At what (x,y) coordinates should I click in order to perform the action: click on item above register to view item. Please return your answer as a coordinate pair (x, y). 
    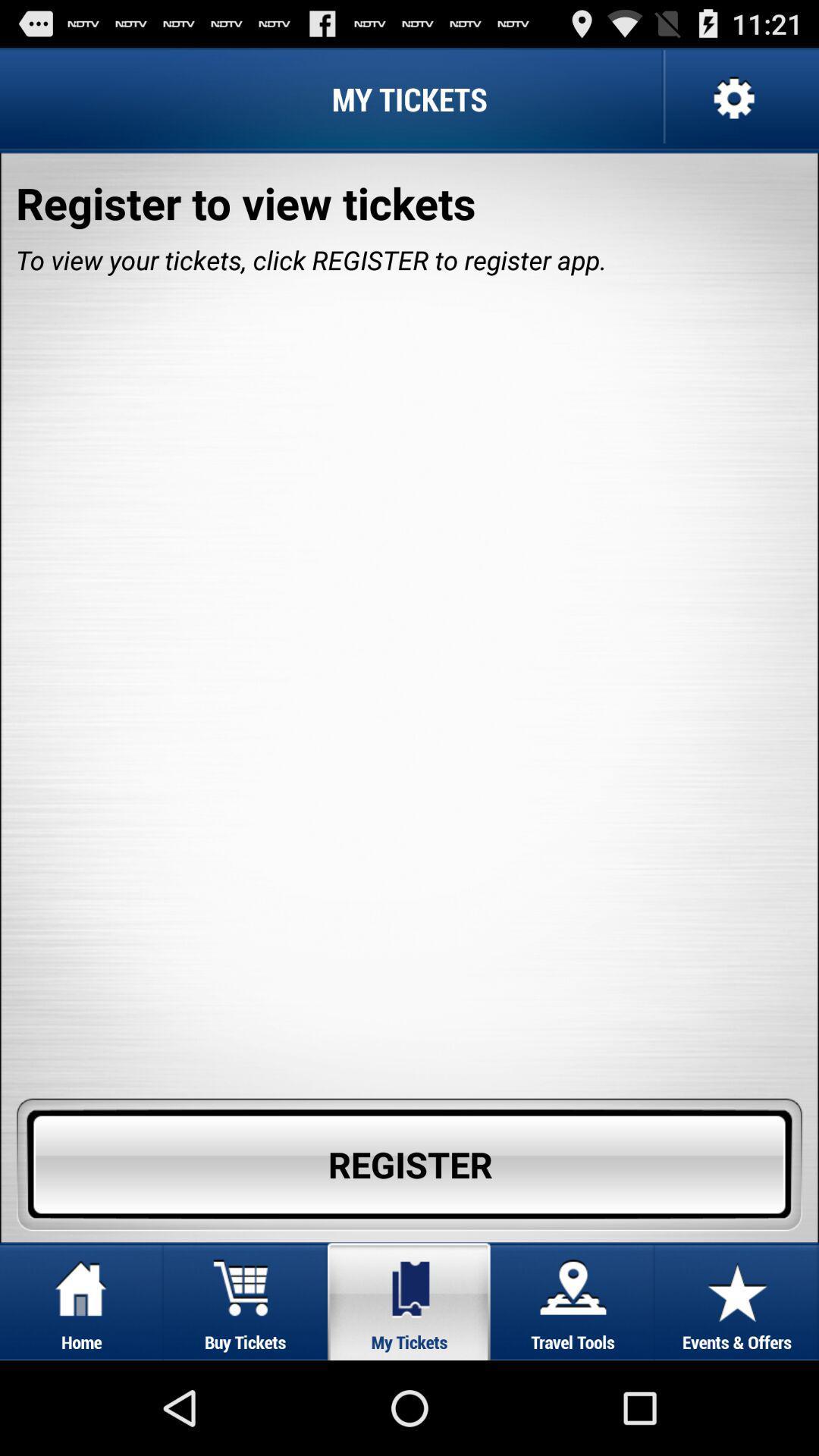
    Looking at the image, I should click on (731, 98).